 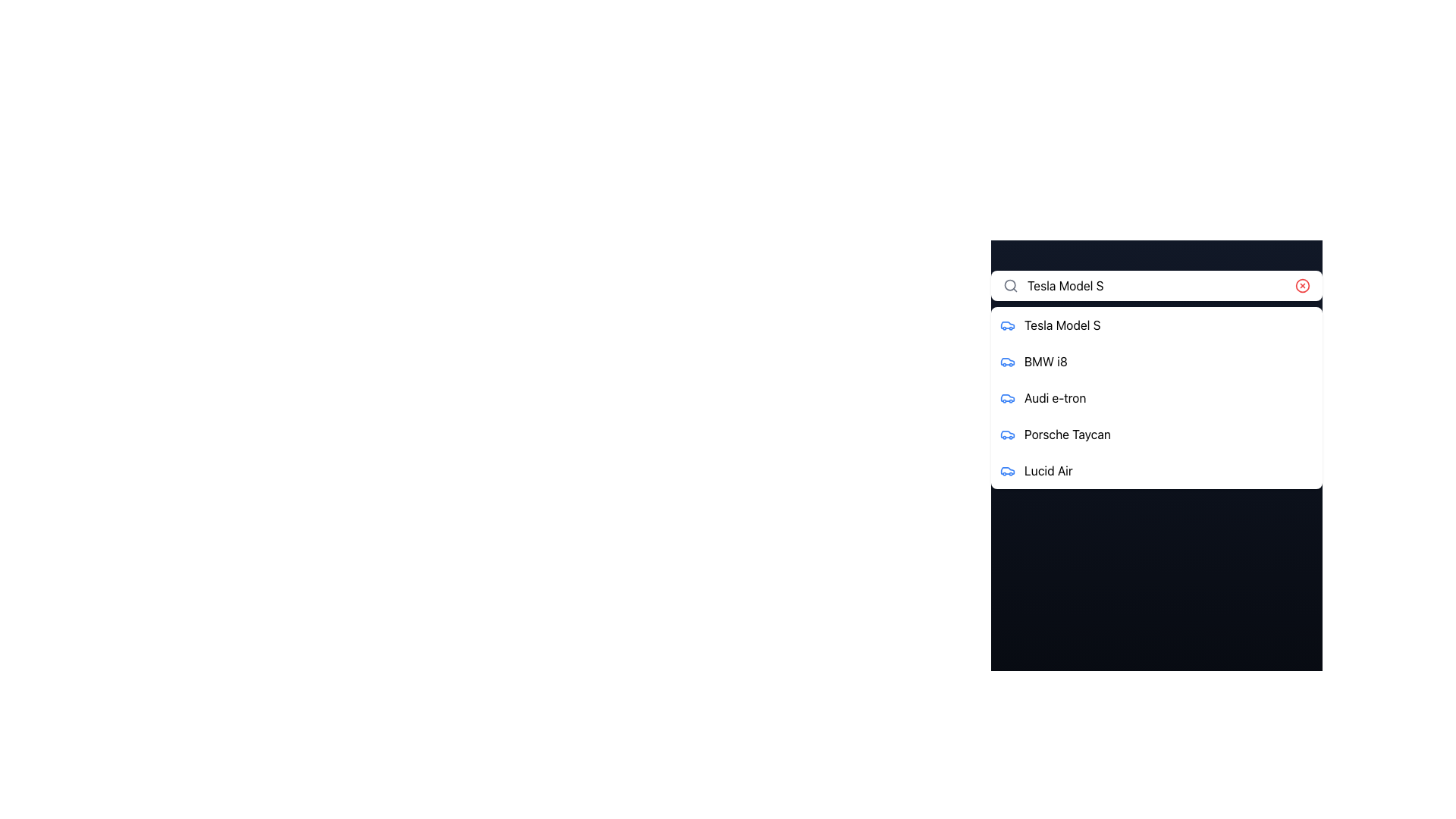 I want to click on the list item displaying 'Audi e-tron', which is the third item in the list, positioned between 'BMW i8' and 'Porsche Taycan', so click(x=1156, y=397).